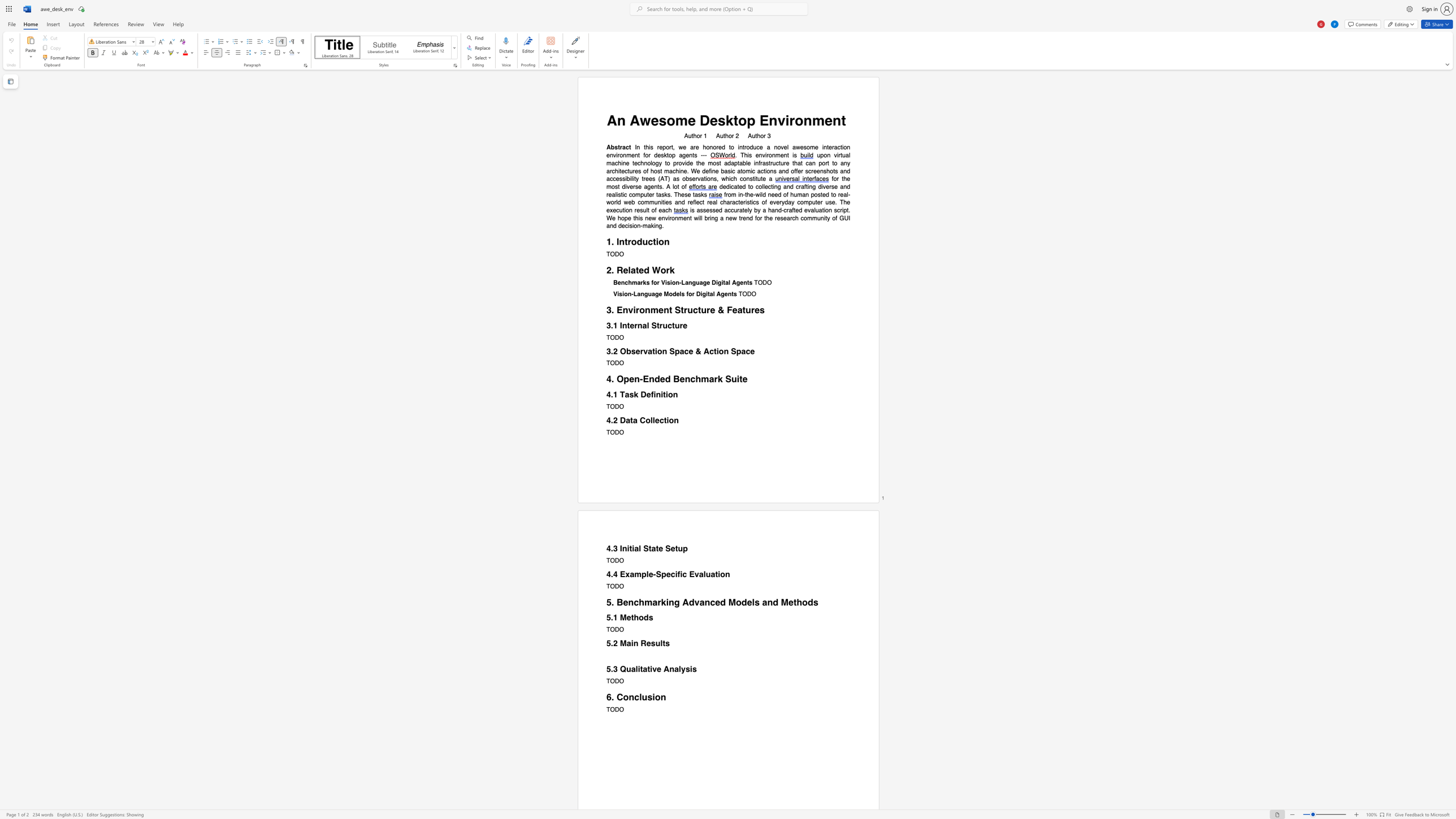 The height and width of the screenshot is (819, 1456). I want to click on the subset text "luation" within the text "4.4 Example-Specific Evaluation", so click(703, 574).